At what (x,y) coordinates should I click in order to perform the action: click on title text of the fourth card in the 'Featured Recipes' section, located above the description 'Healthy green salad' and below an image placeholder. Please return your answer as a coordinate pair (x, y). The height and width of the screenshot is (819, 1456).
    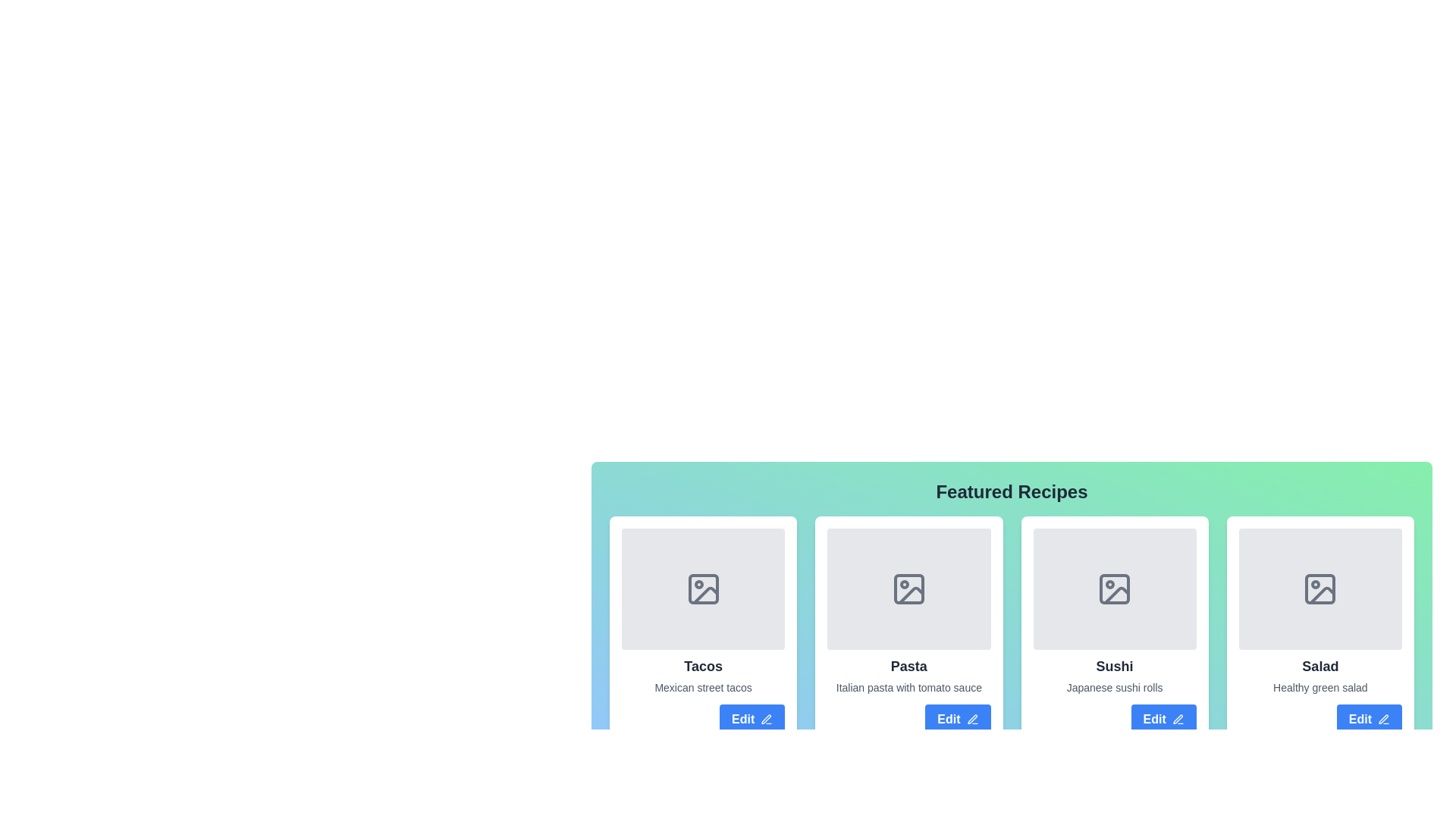
    Looking at the image, I should click on (1319, 666).